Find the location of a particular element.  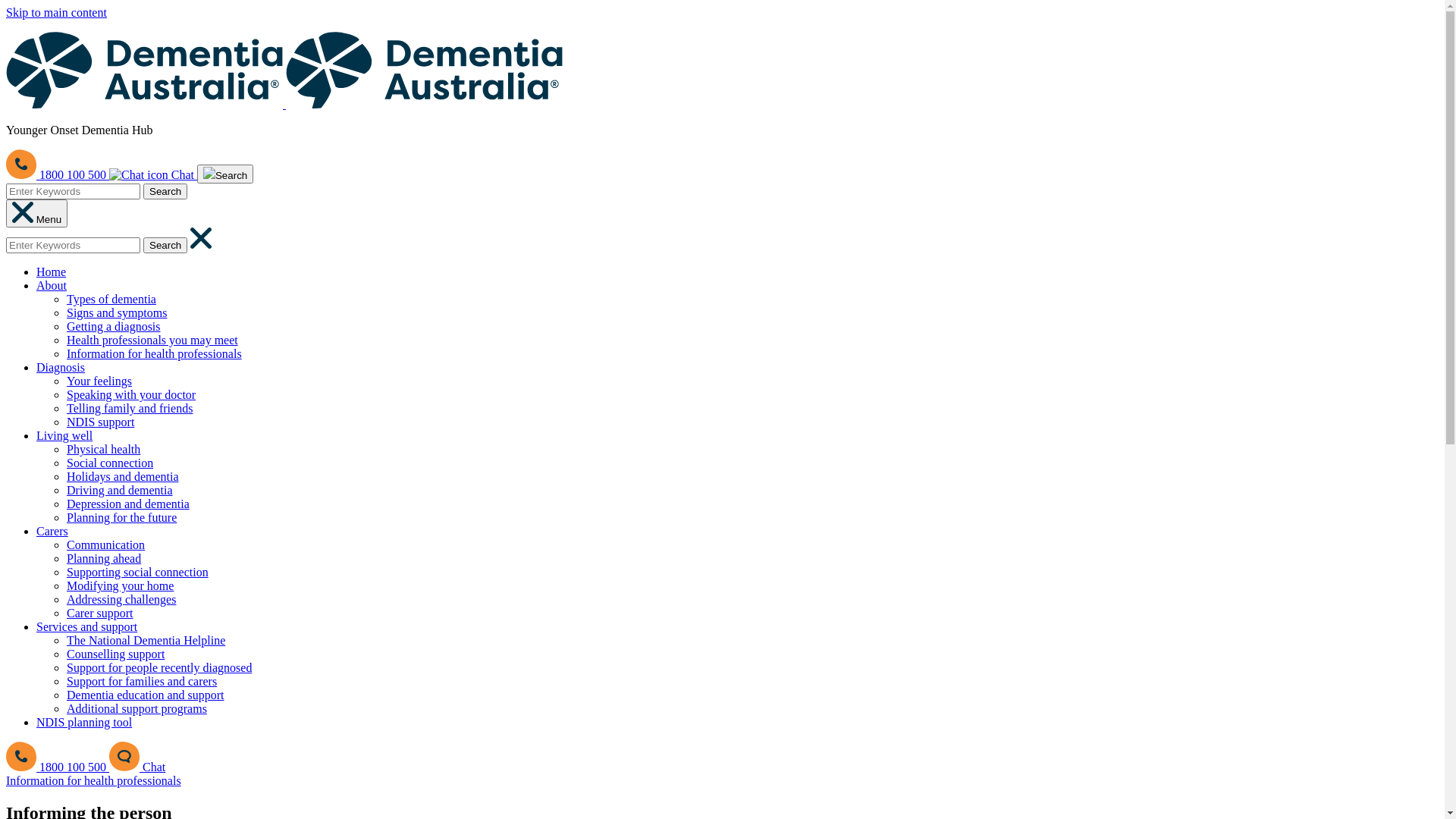

'Services and support' is located at coordinates (86, 626).